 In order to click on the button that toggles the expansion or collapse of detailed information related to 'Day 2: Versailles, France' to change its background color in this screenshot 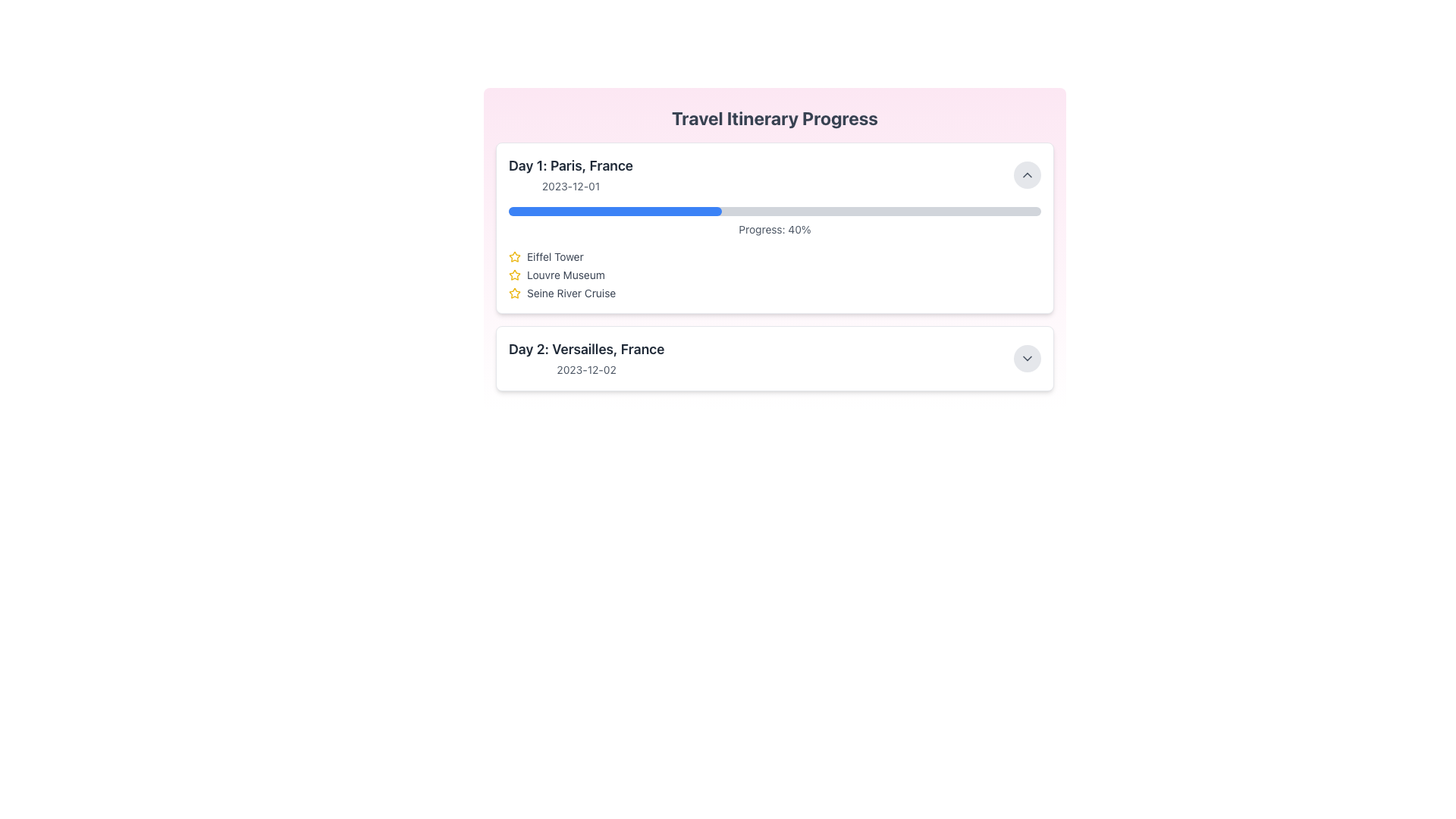, I will do `click(1027, 359)`.